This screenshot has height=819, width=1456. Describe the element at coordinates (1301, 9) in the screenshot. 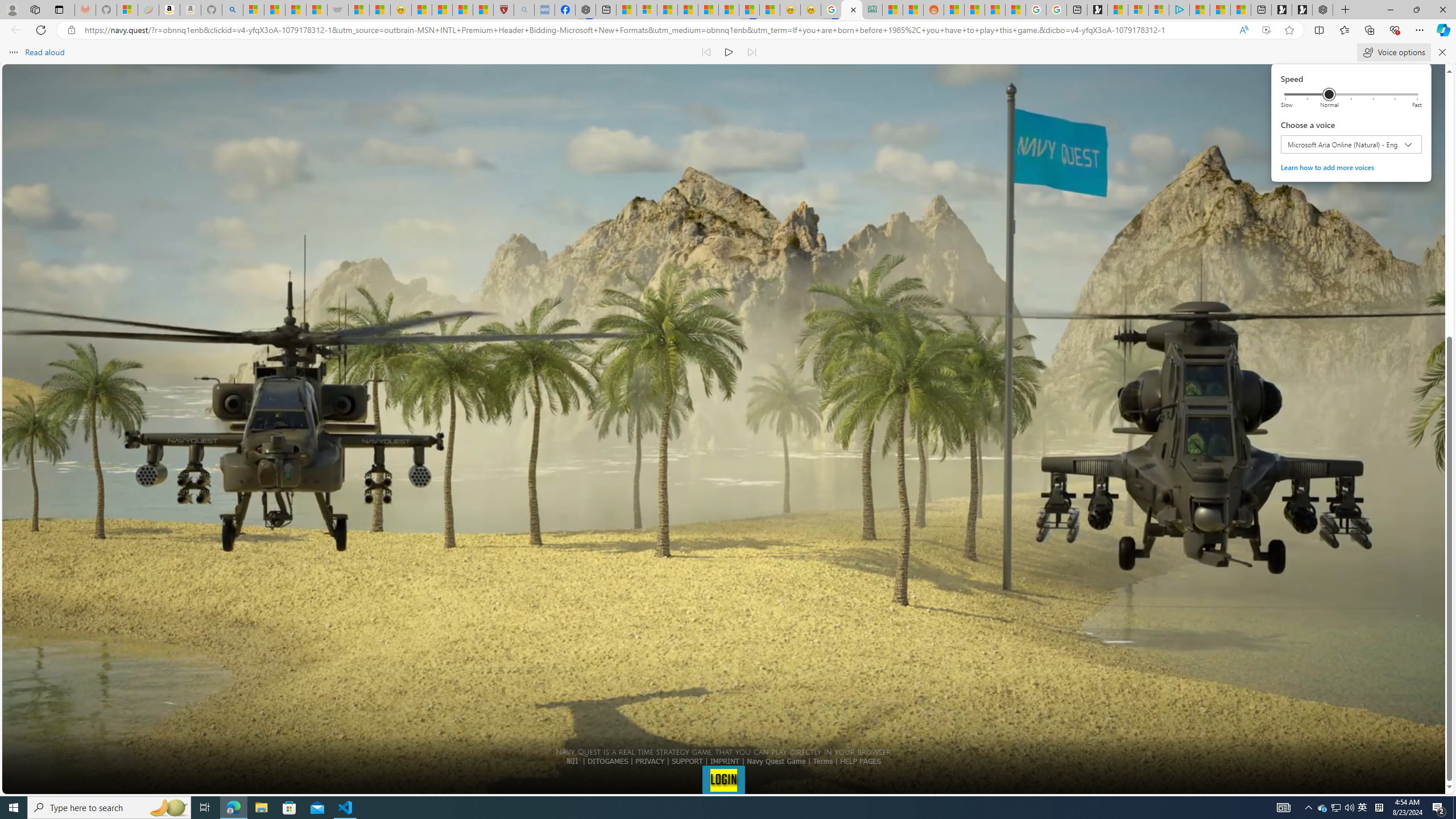

I see `'Play Free Online Games | Games from Microsoft Start'` at that location.